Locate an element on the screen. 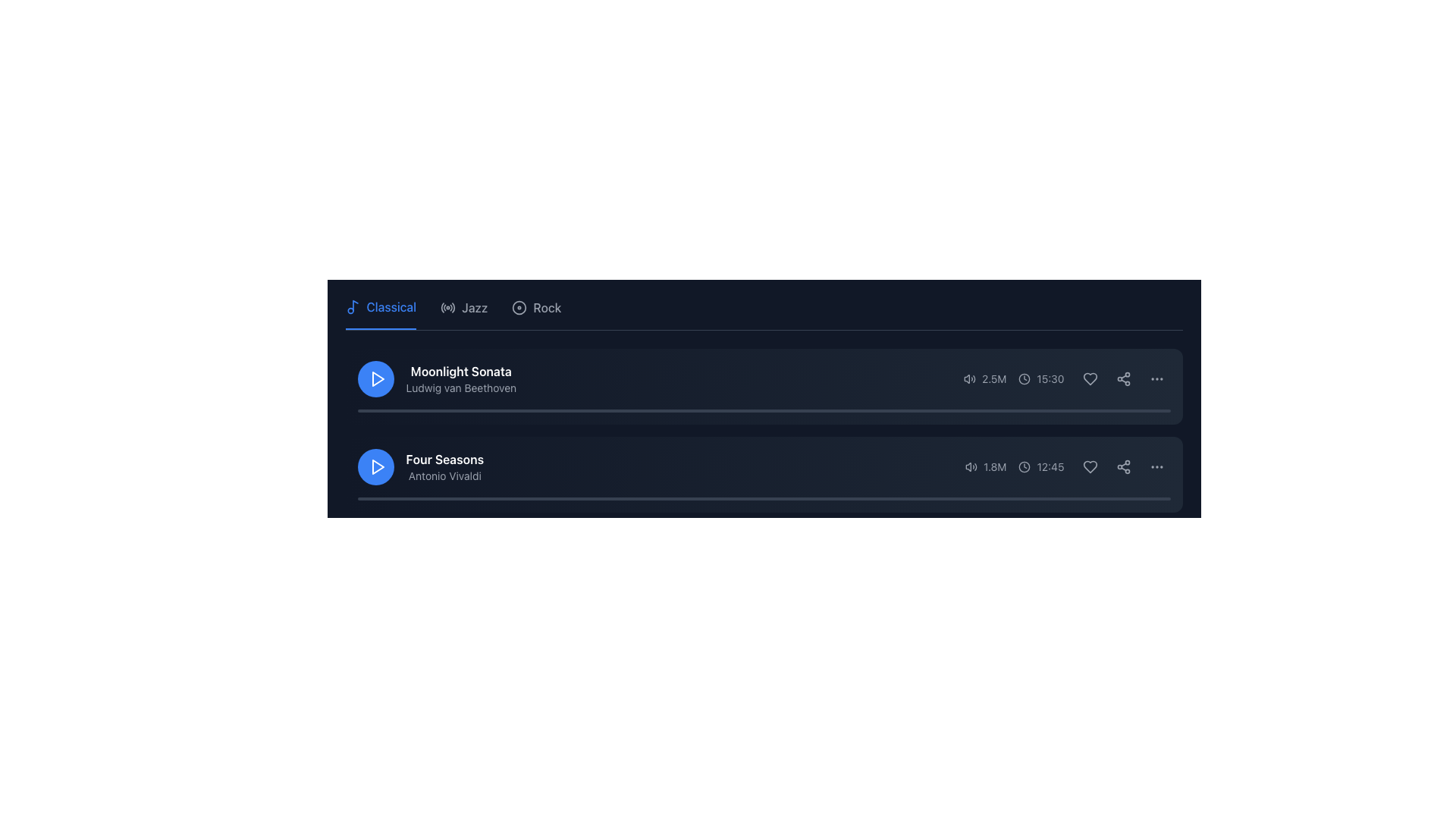 Image resolution: width=1456 pixels, height=819 pixels. time-related information displayed for the 'Four Seasons' item, located in the lower part of the interface, adjacent to the listener count (1.8M) and to the left of the interactive icon group is located at coordinates (1040, 466).